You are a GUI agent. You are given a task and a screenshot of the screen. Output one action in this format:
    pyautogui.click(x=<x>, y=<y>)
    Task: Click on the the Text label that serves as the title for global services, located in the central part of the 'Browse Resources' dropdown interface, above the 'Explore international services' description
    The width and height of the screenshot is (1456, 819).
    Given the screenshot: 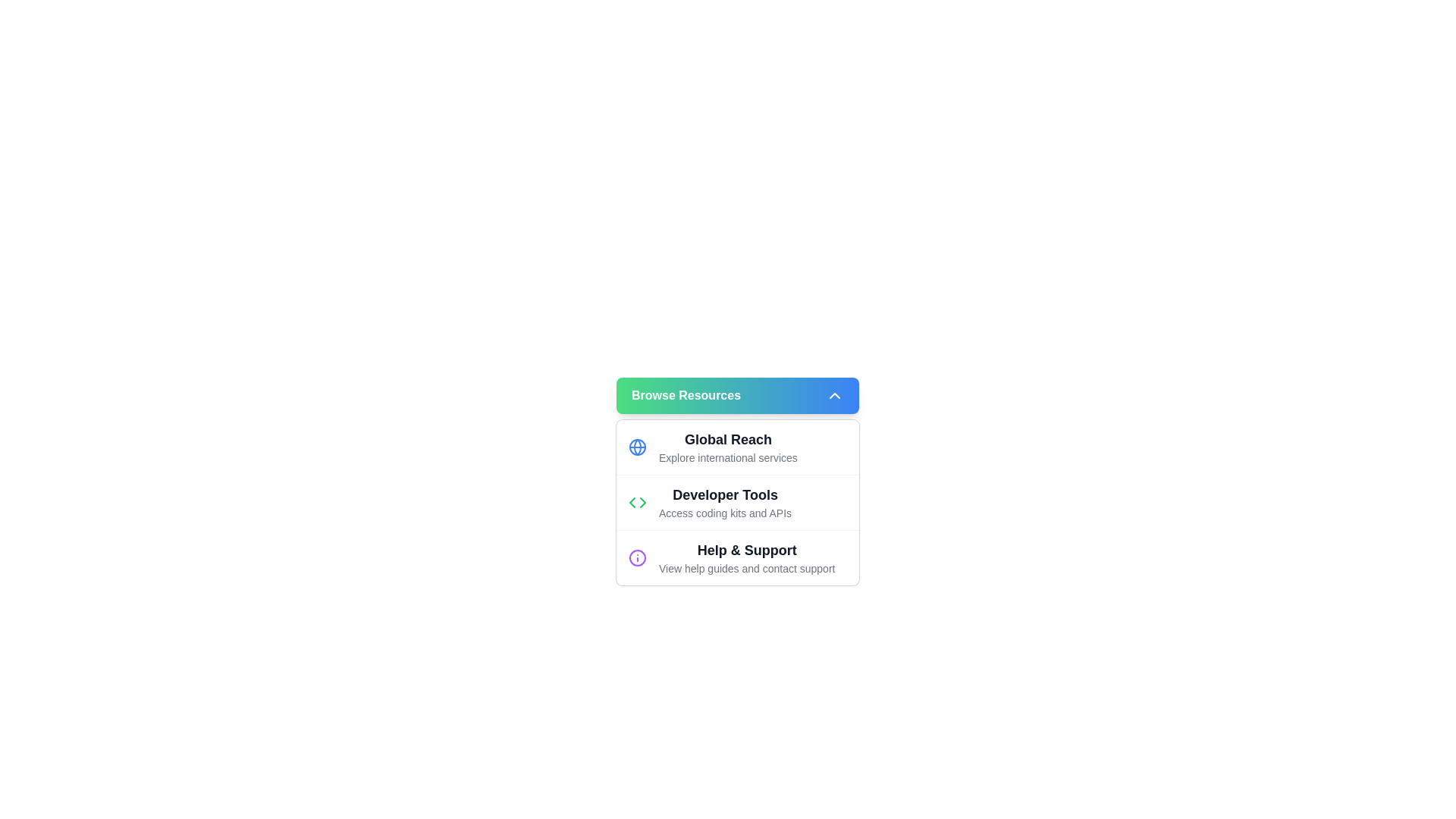 What is the action you would take?
    pyautogui.click(x=728, y=439)
    